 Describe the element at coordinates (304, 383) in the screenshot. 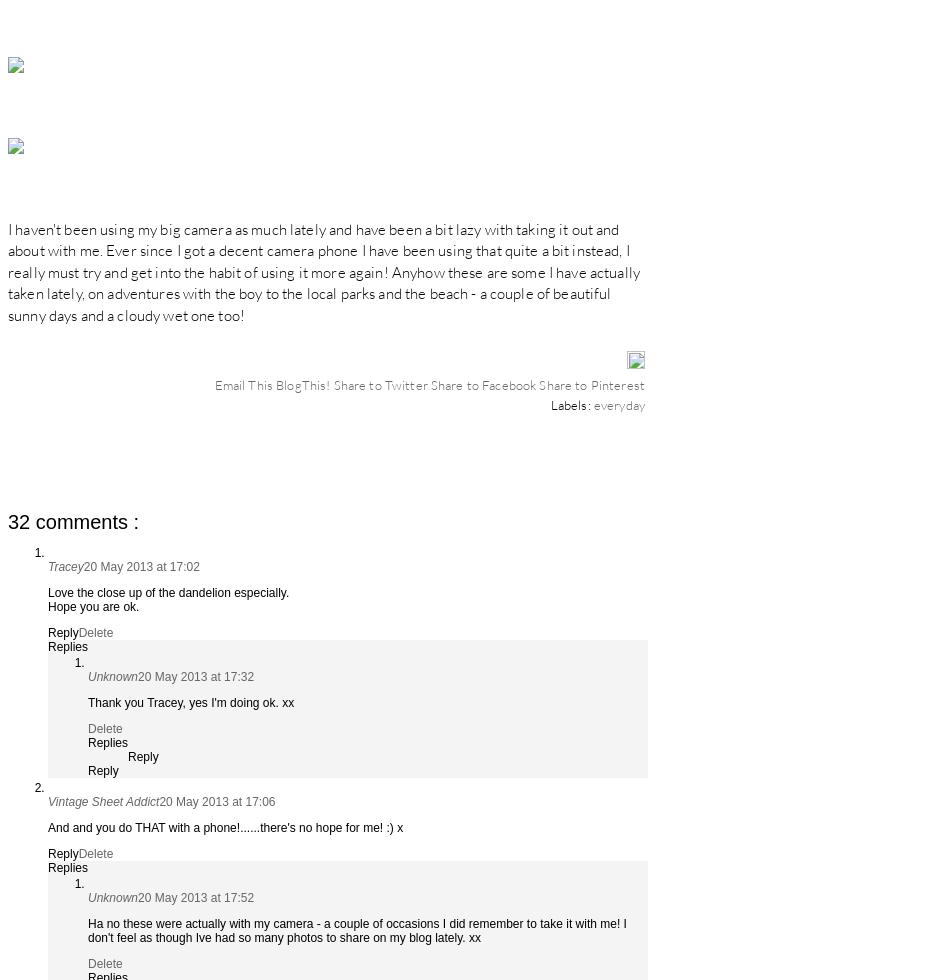

I see `'BlogThis!'` at that location.